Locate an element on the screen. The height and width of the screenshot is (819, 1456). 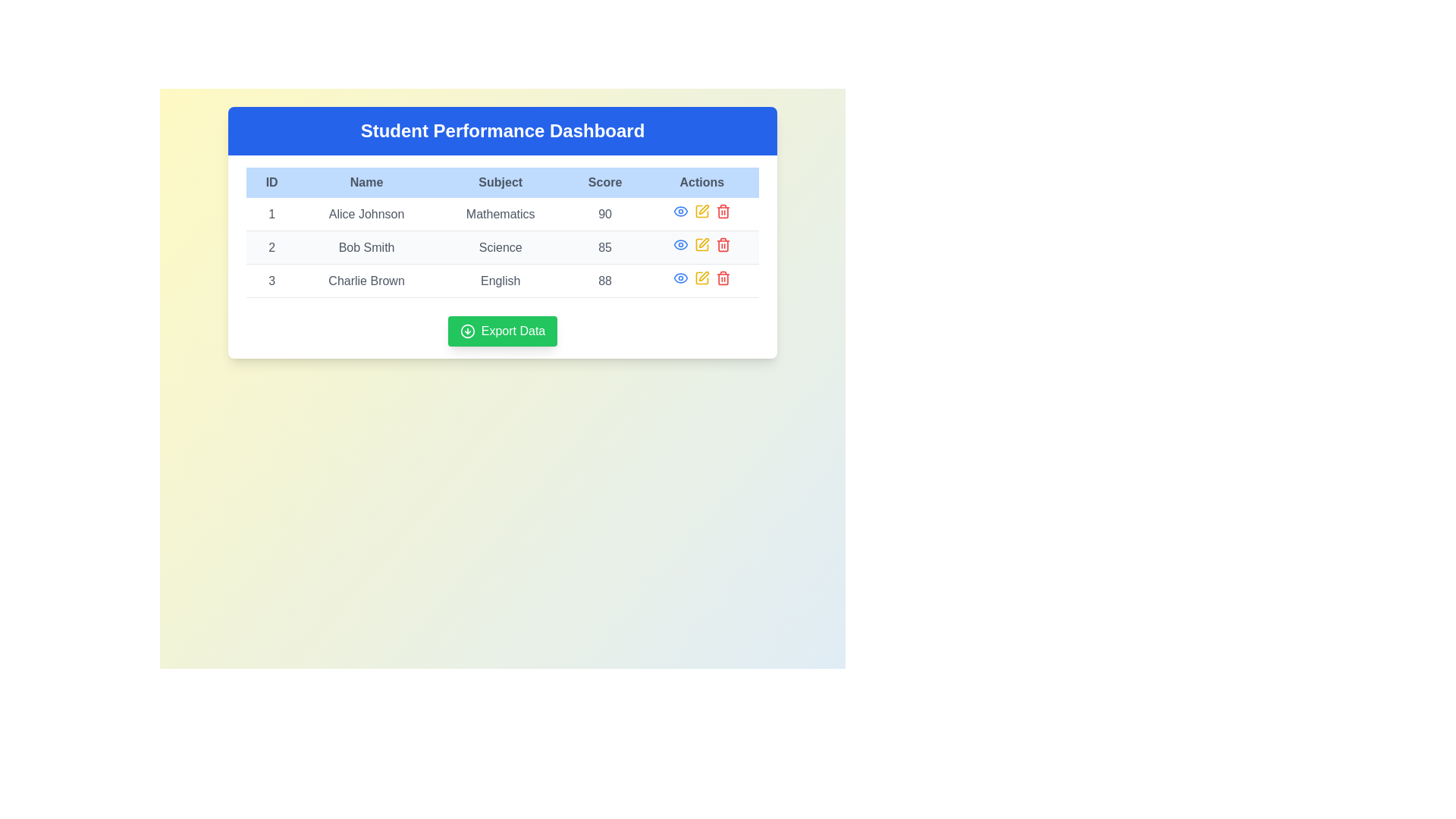
the Table Header Label displaying 'Subject', which has a light blue background and dark gray text, located in the upper-center region of the table, between 'Name' and 'Score' is located at coordinates (500, 181).